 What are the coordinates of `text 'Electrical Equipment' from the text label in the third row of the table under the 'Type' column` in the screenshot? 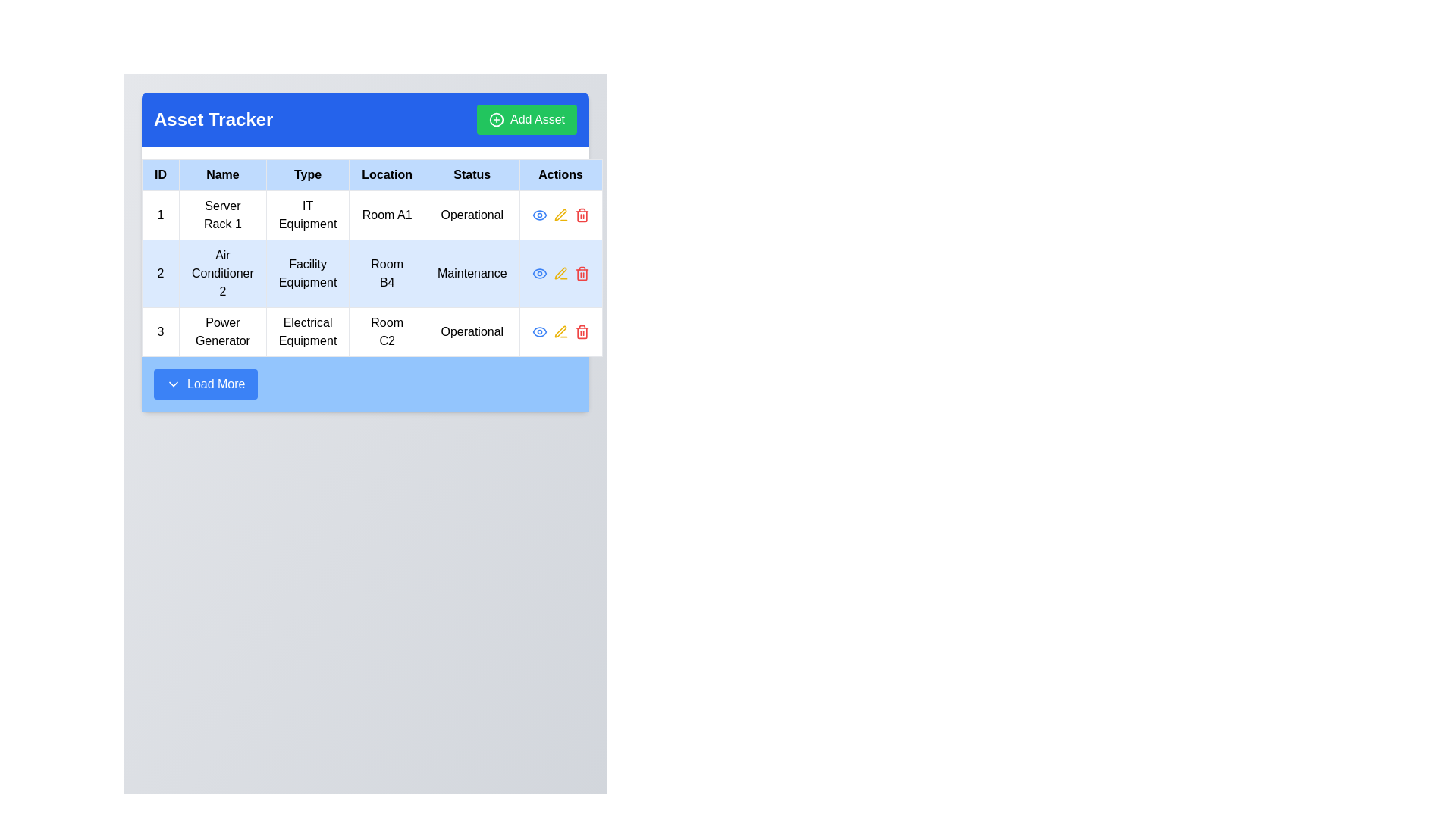 It's located at (307, 331).